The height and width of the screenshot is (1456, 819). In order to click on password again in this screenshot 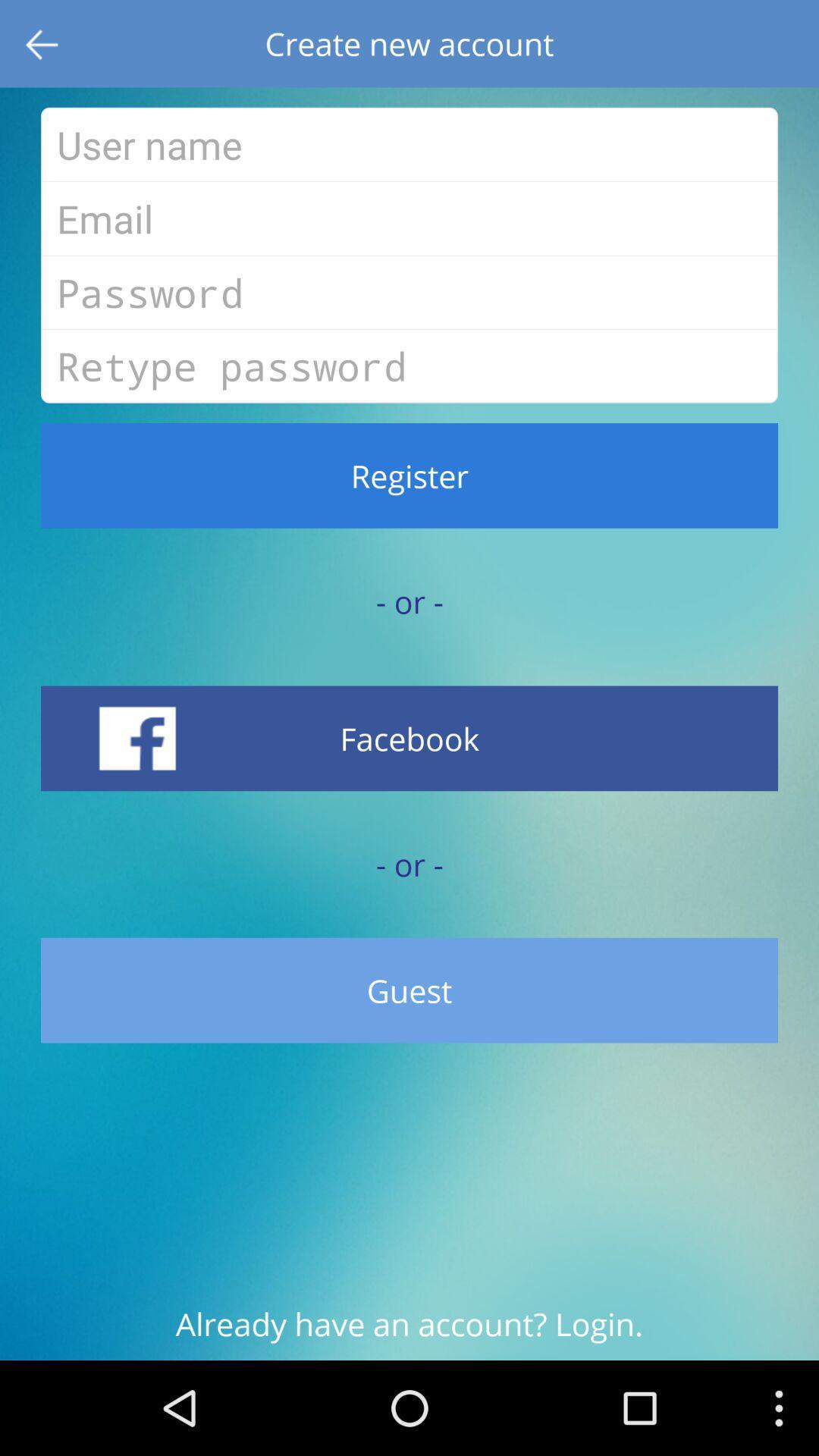, I will do `click(409, 366)`.